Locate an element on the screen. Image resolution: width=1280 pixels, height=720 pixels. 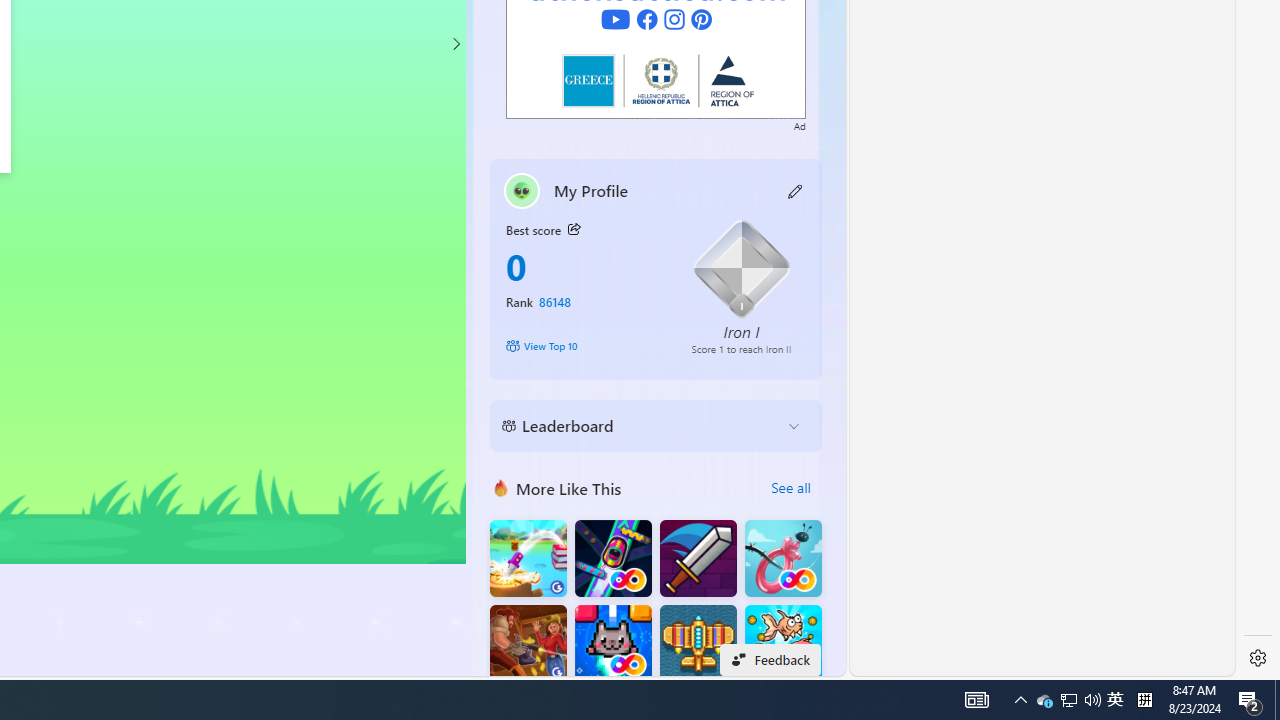
'Atlantic Sky Hunter' is located at coordinates (698, 643).